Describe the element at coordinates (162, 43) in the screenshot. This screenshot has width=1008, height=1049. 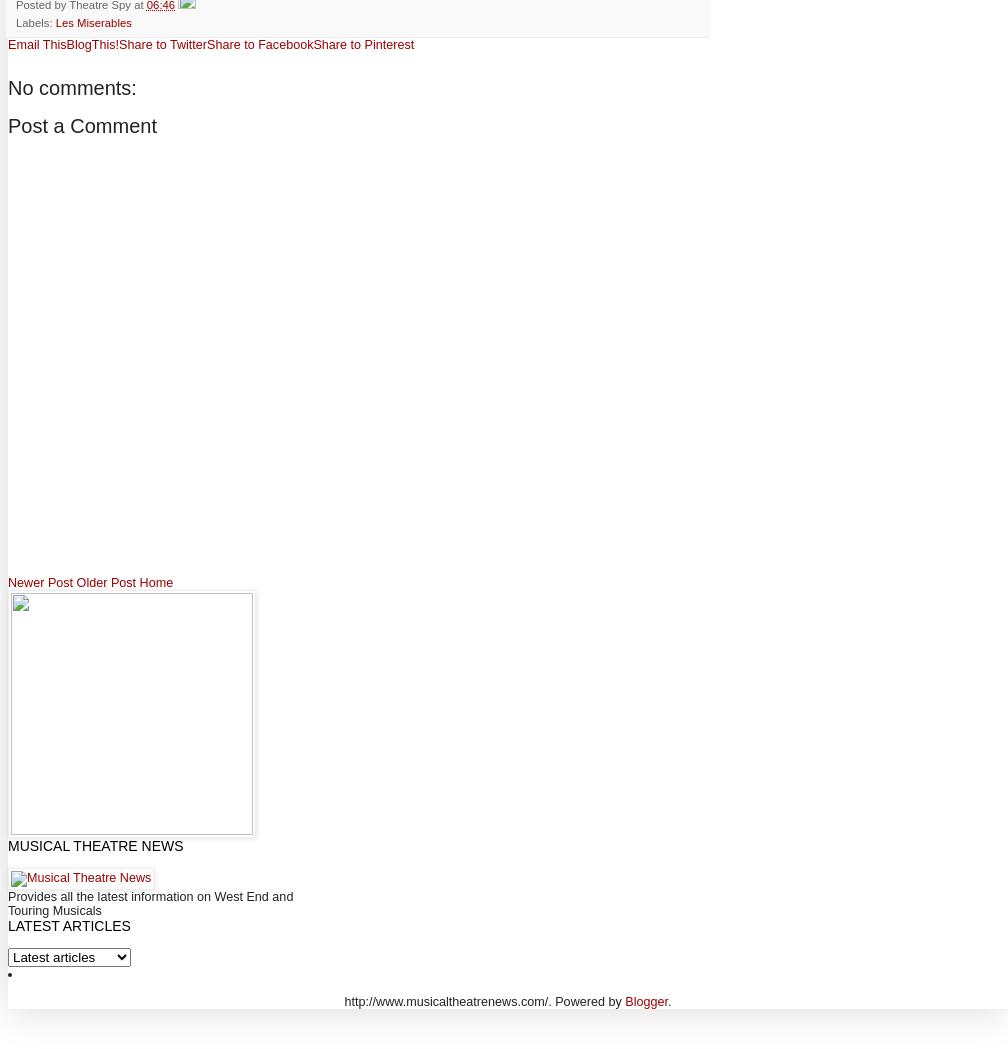
I see `'Share to Twitter'` at that location.